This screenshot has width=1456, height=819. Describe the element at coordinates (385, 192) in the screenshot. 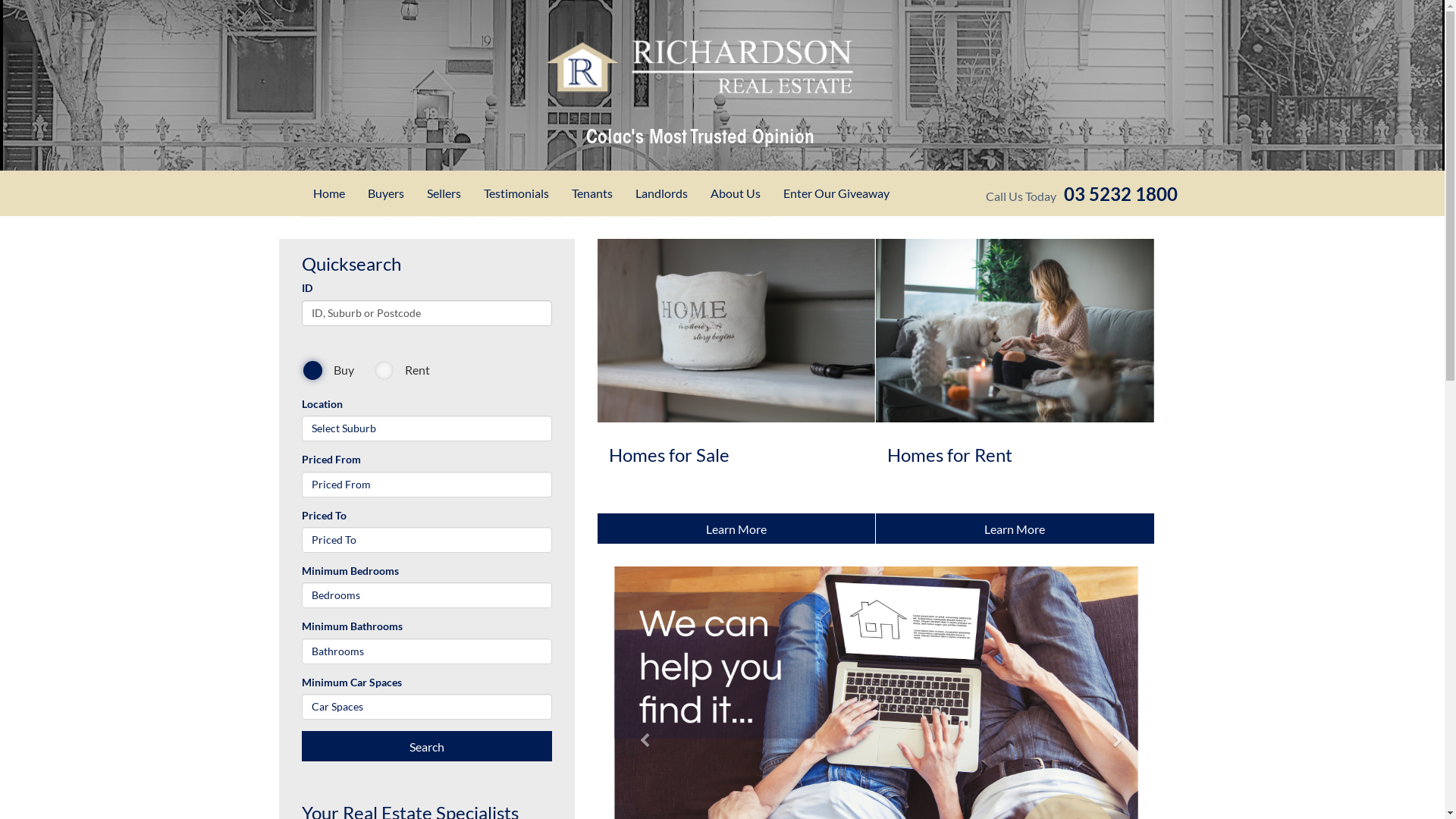

I see `'Buyers'` at that location.